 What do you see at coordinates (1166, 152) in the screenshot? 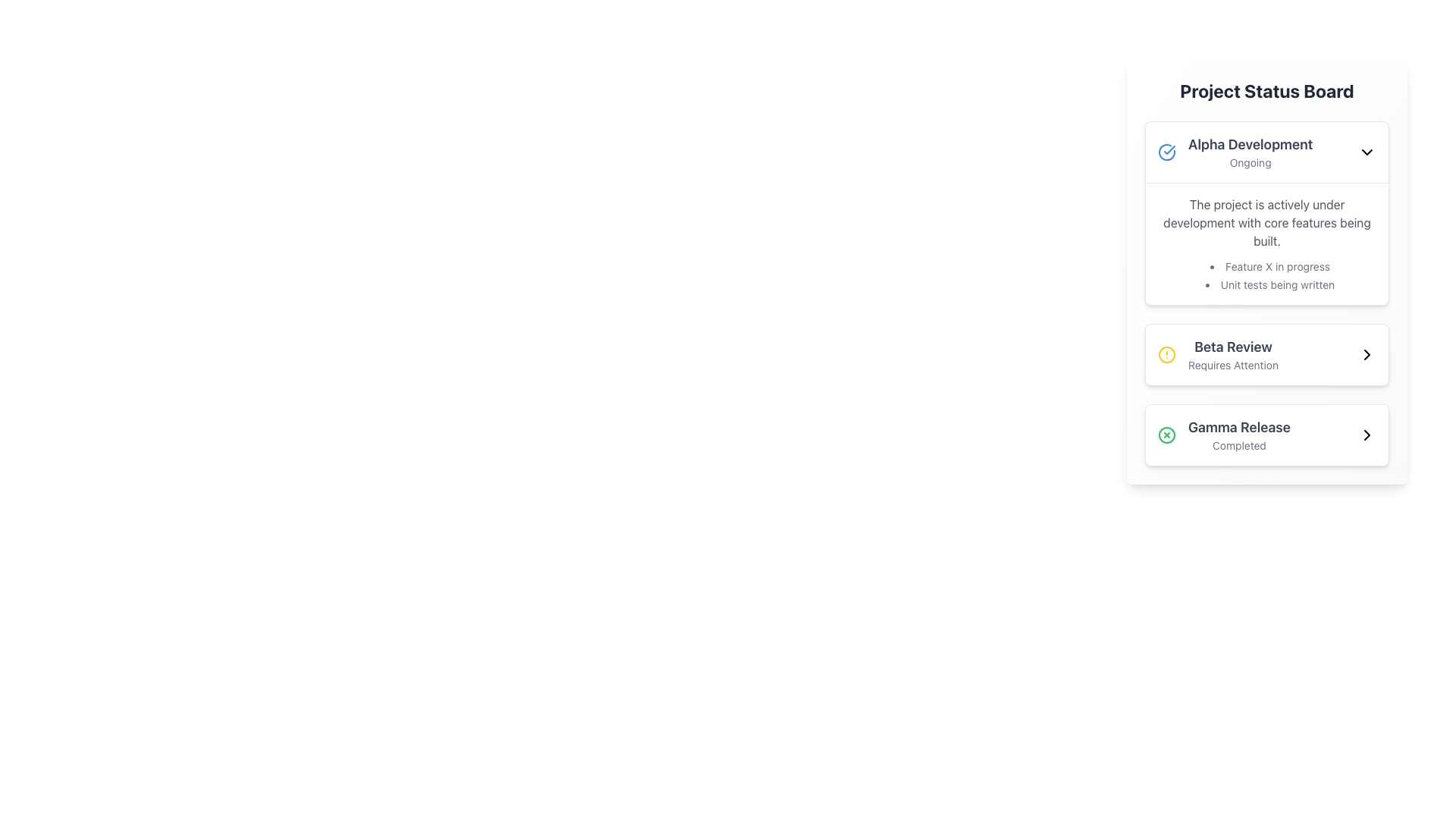
I see `the circular blue checkmark icon located to the left of the text 'Alpha Development' at the top of the card` at bounding box center [1166, 152].